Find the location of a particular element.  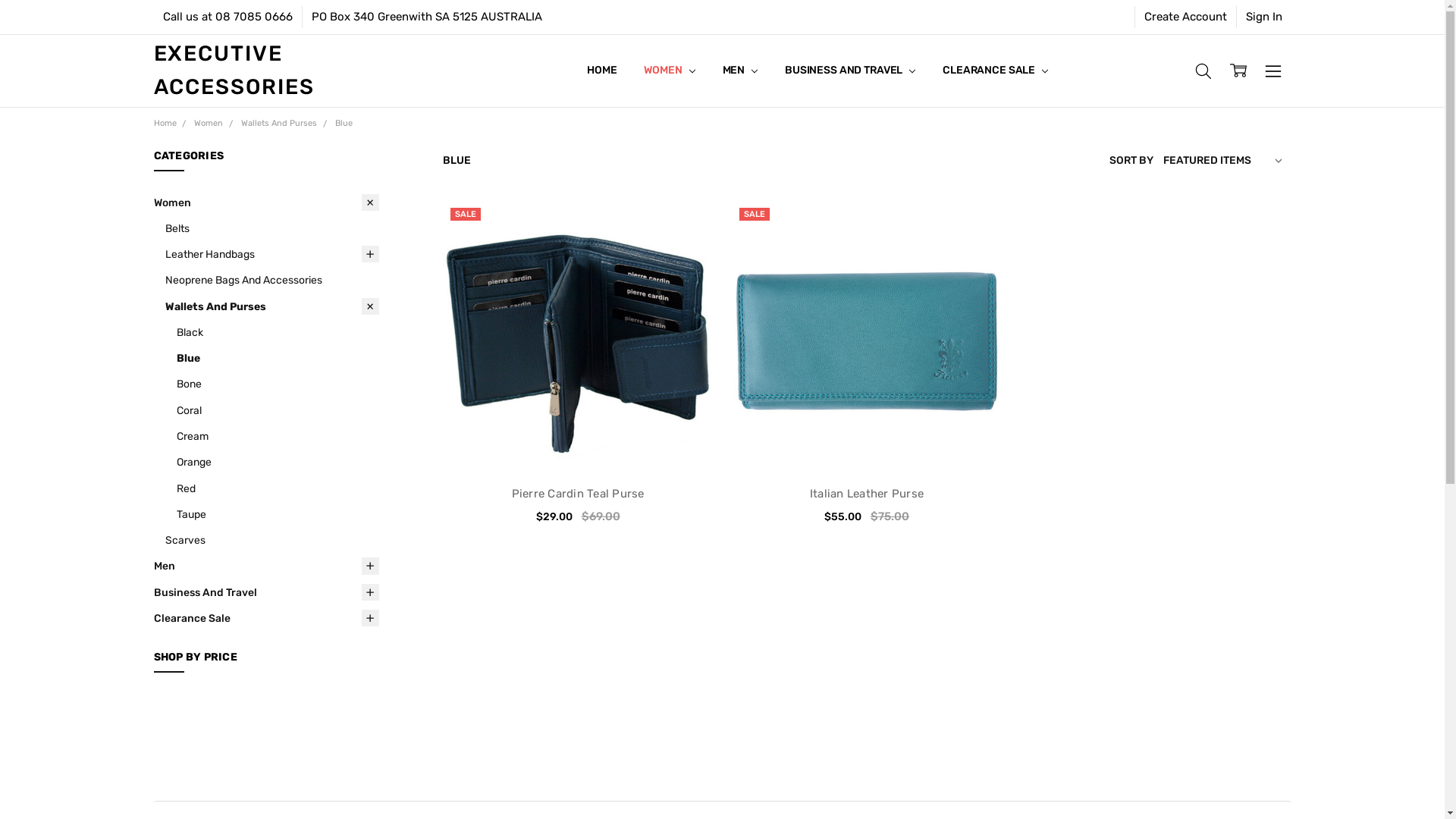

'Teal Pierre Cardin Purse' is located at coordinates (577, 334).